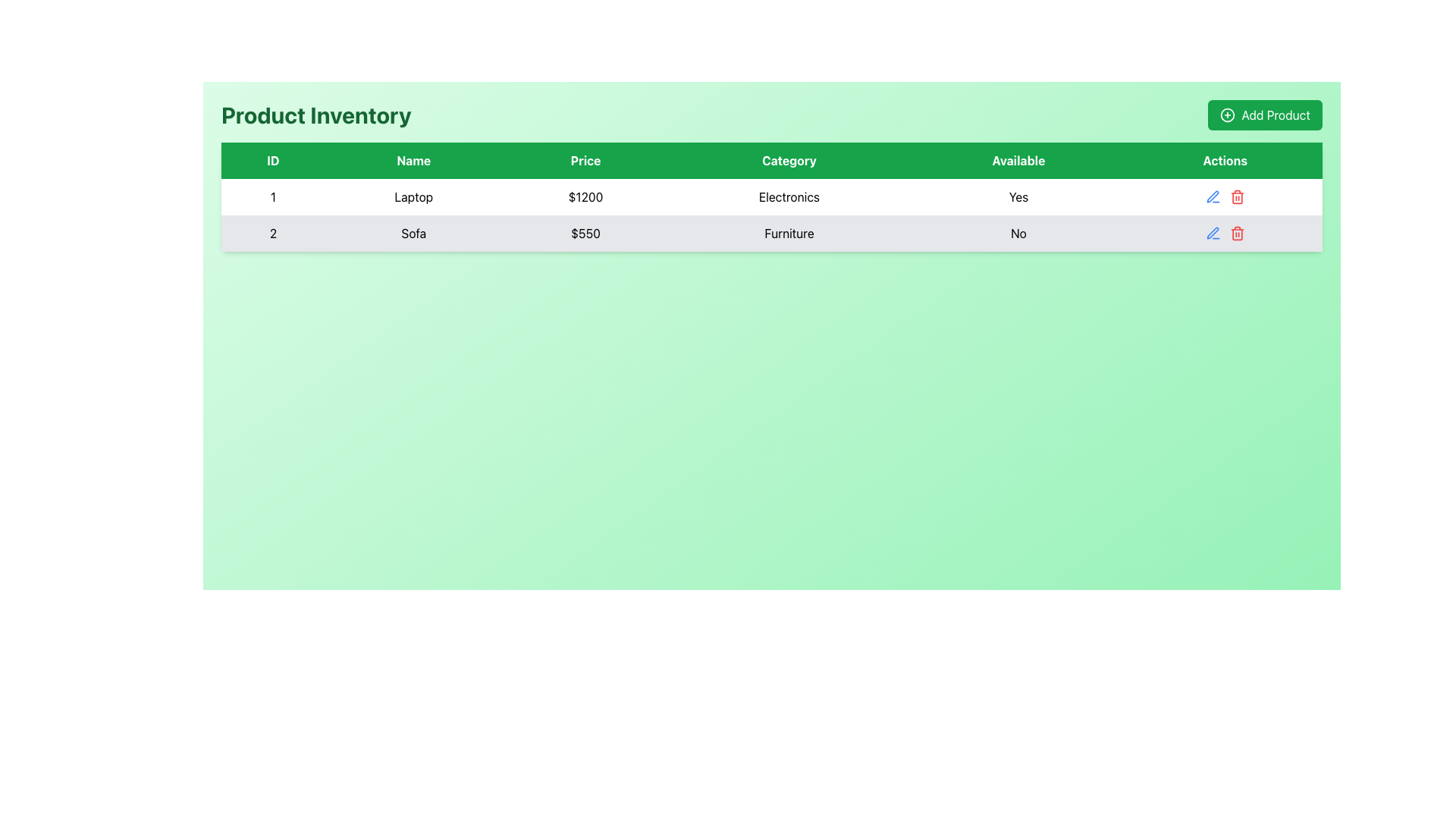  What do you see at coordinates (1225, 161) in the screenshot?
I see `elements nearby based on the 'Actions' label in the table header located at the top-right corner of the table` at bounding box center [1225, 161].